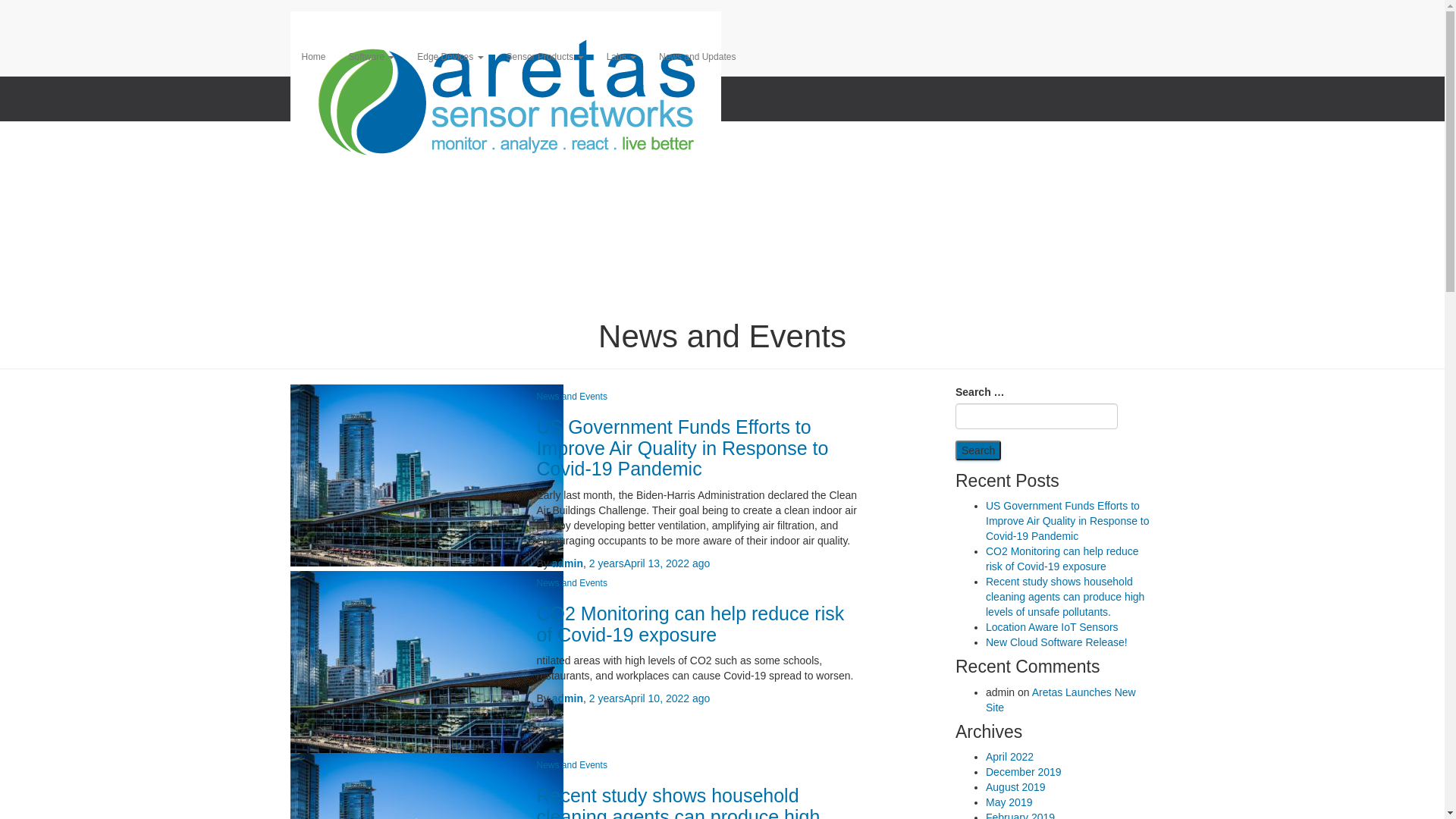 The width and height of the screenshot is (1456, 819). I want to click on 'News and Events', so click(571, 765).